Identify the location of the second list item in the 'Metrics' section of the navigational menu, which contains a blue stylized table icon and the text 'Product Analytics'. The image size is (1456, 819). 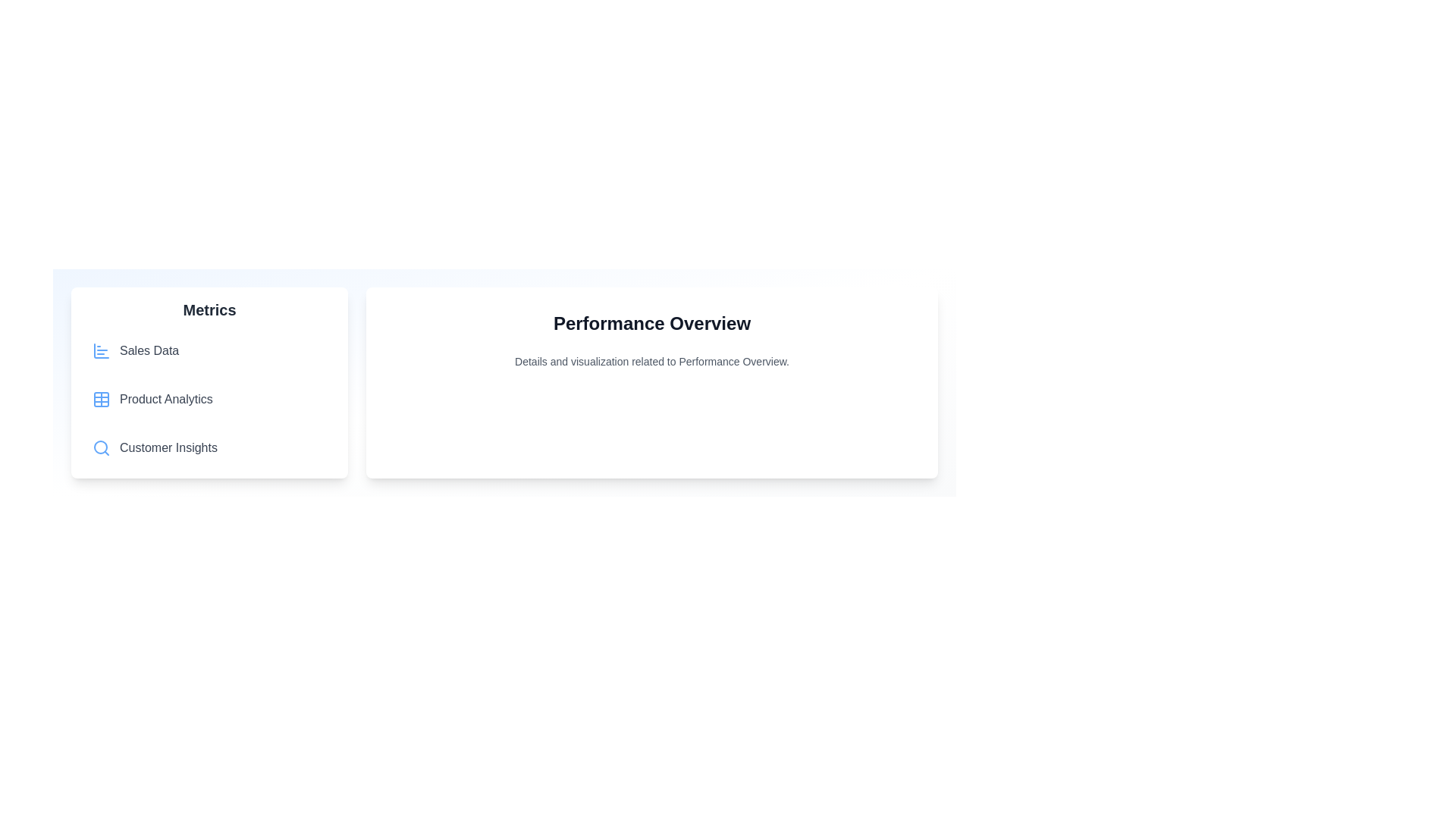
(209, 399).